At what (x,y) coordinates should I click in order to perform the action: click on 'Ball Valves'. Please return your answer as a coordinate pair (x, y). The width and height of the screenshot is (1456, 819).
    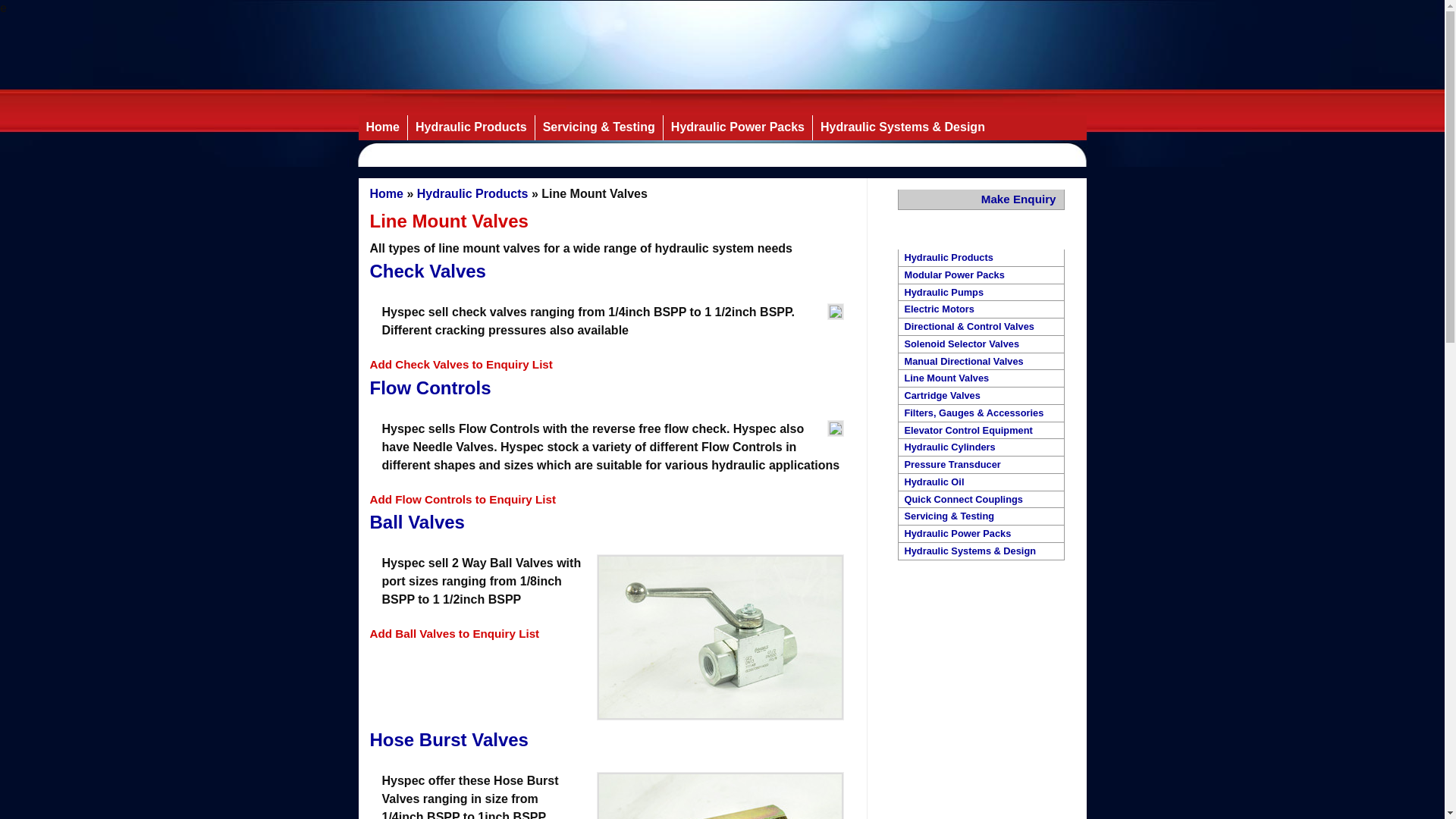
    Looking at the image, I should click on (417, 521).